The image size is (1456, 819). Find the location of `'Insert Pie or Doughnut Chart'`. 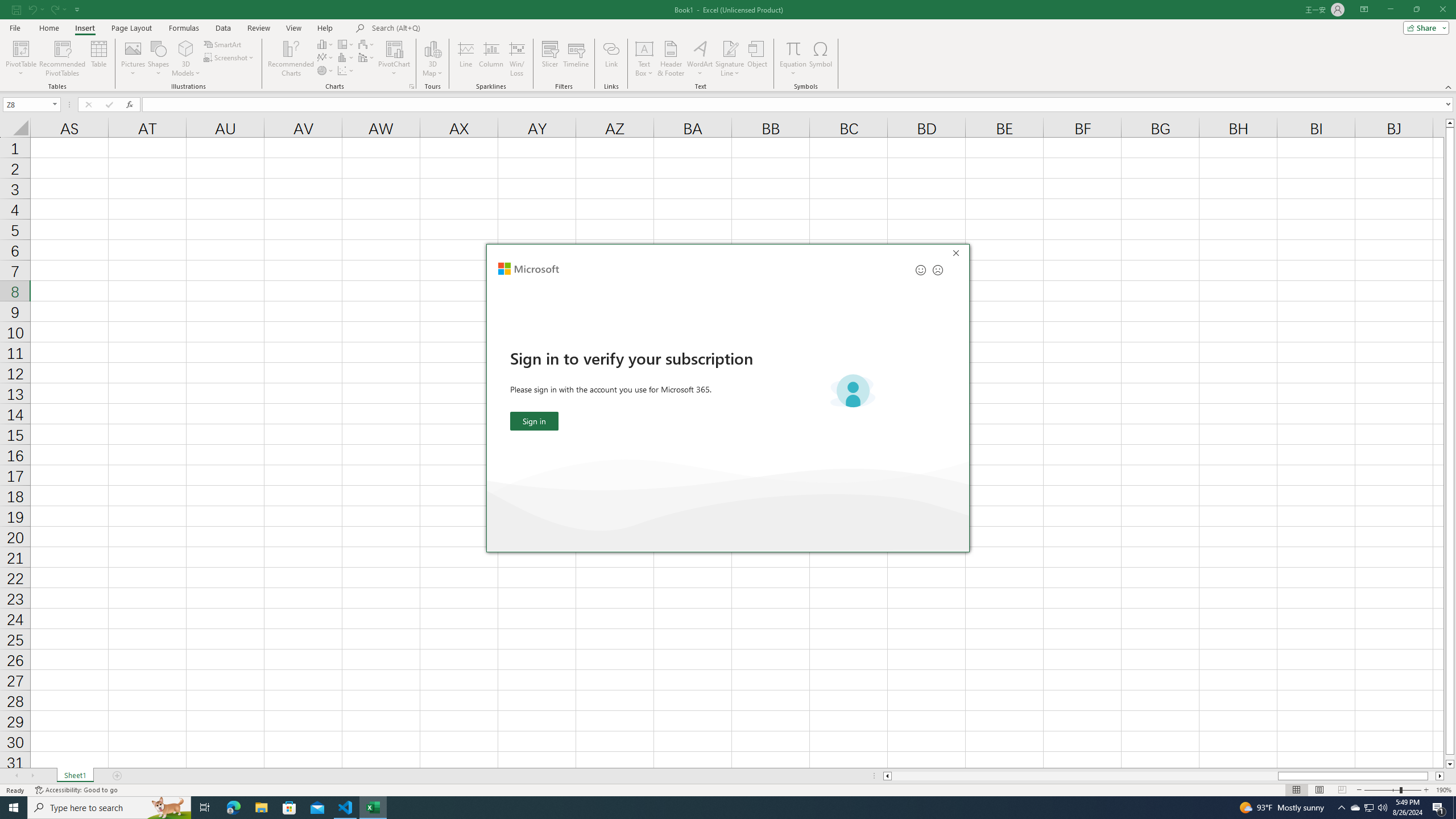

'Insert Pie or Doughnut Chart' is located at coordinates (325, 69).